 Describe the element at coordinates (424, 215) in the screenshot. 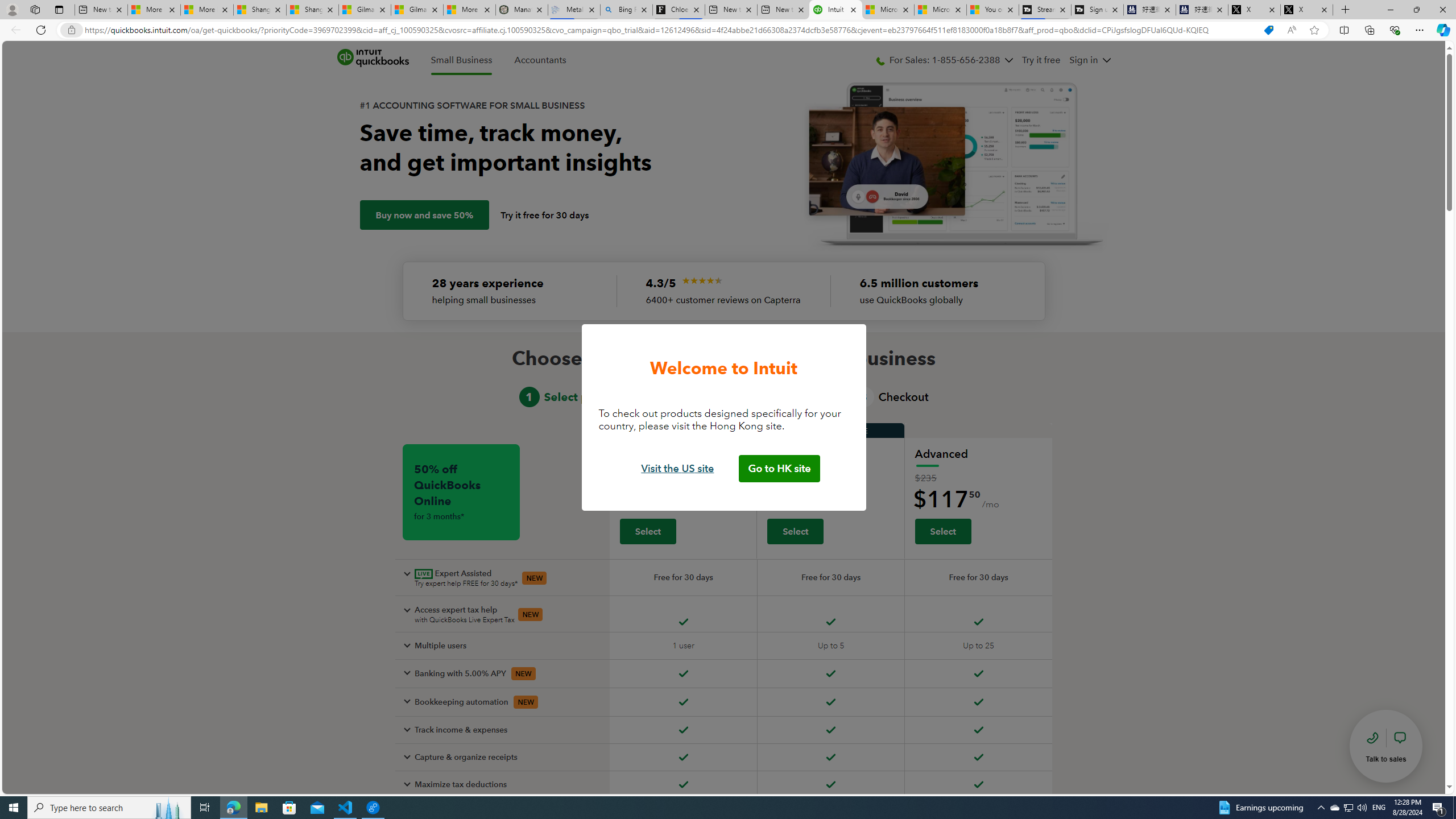

I see `'Buy now and save 50%'` at that location.